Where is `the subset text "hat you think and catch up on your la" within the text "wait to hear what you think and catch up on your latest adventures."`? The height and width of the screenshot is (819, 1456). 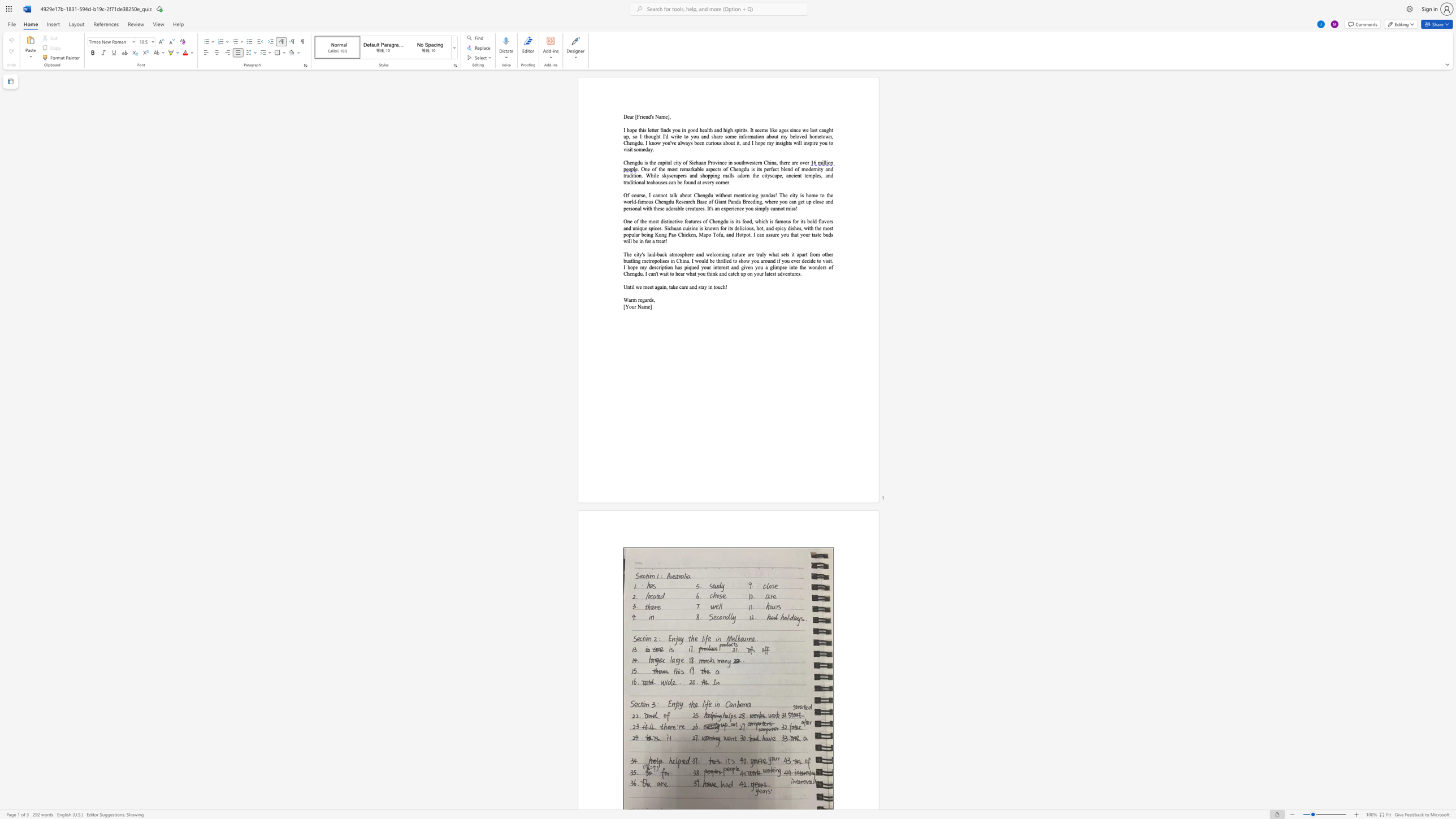 the subset text "hat you think and catch up on your la" within the text "wait to hear what you think and catch up on your latest adventures." is located at coordinates (690, 274).